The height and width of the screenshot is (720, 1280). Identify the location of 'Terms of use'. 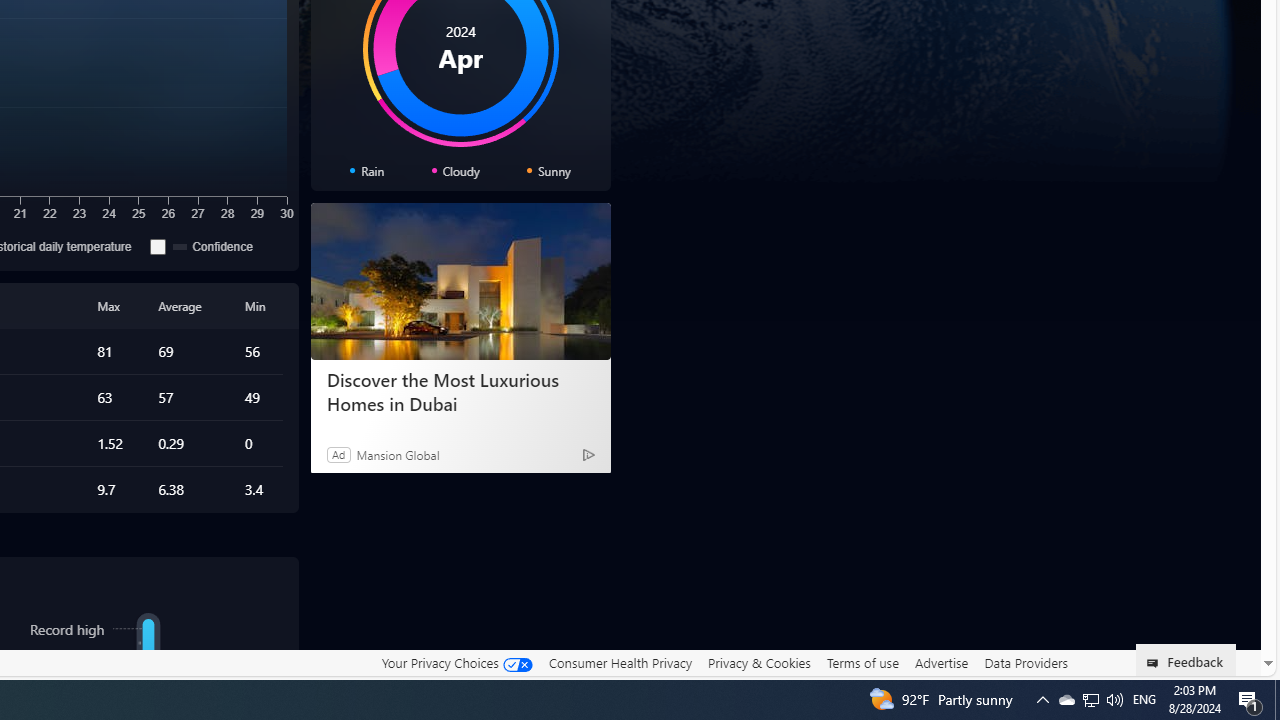
(862, 662).